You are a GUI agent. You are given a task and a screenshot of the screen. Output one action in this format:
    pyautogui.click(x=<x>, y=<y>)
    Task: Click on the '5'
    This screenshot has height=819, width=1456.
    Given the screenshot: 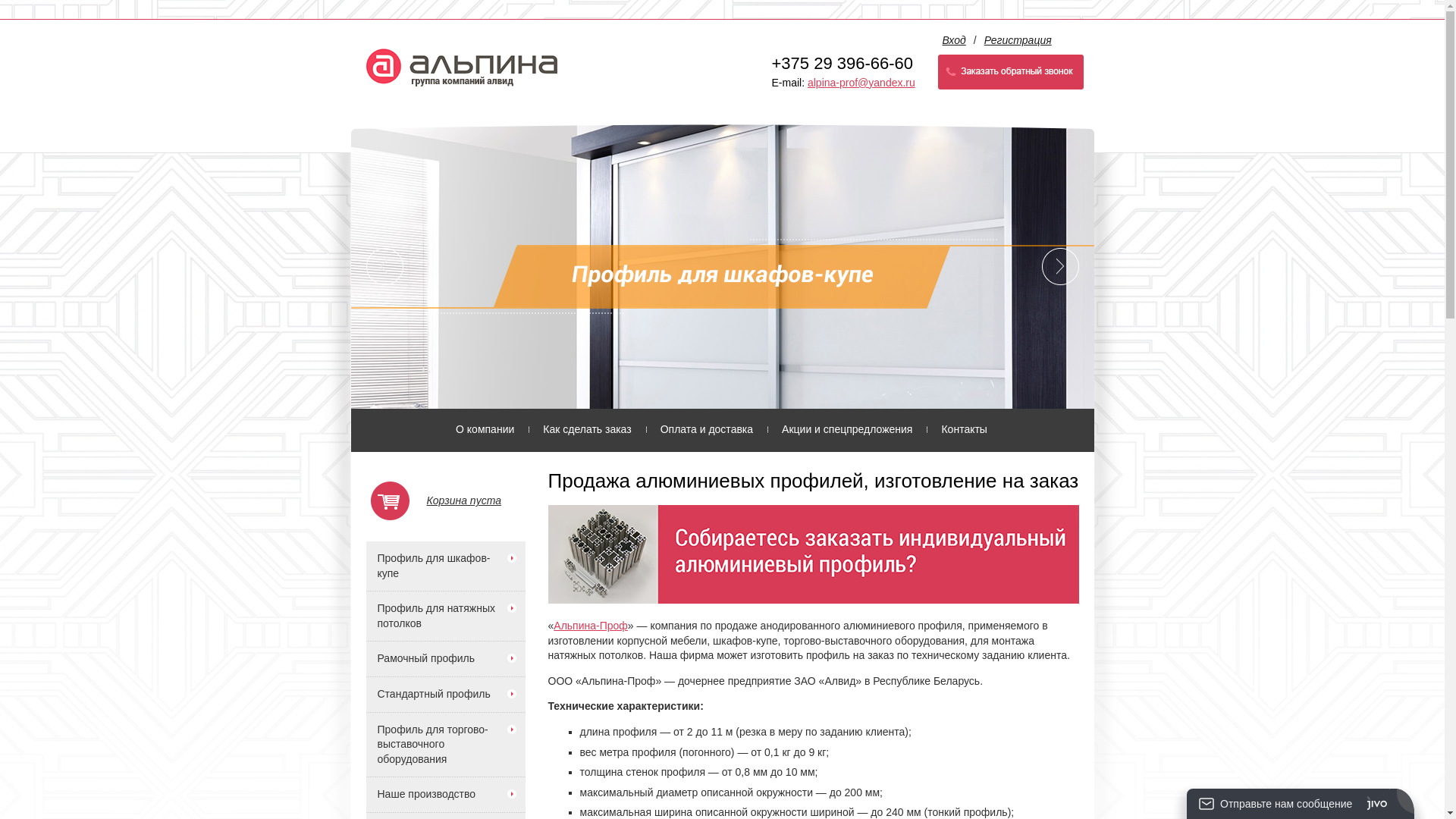 What is the action you would take?
    pyautogui.click(x=789, y=387)
    